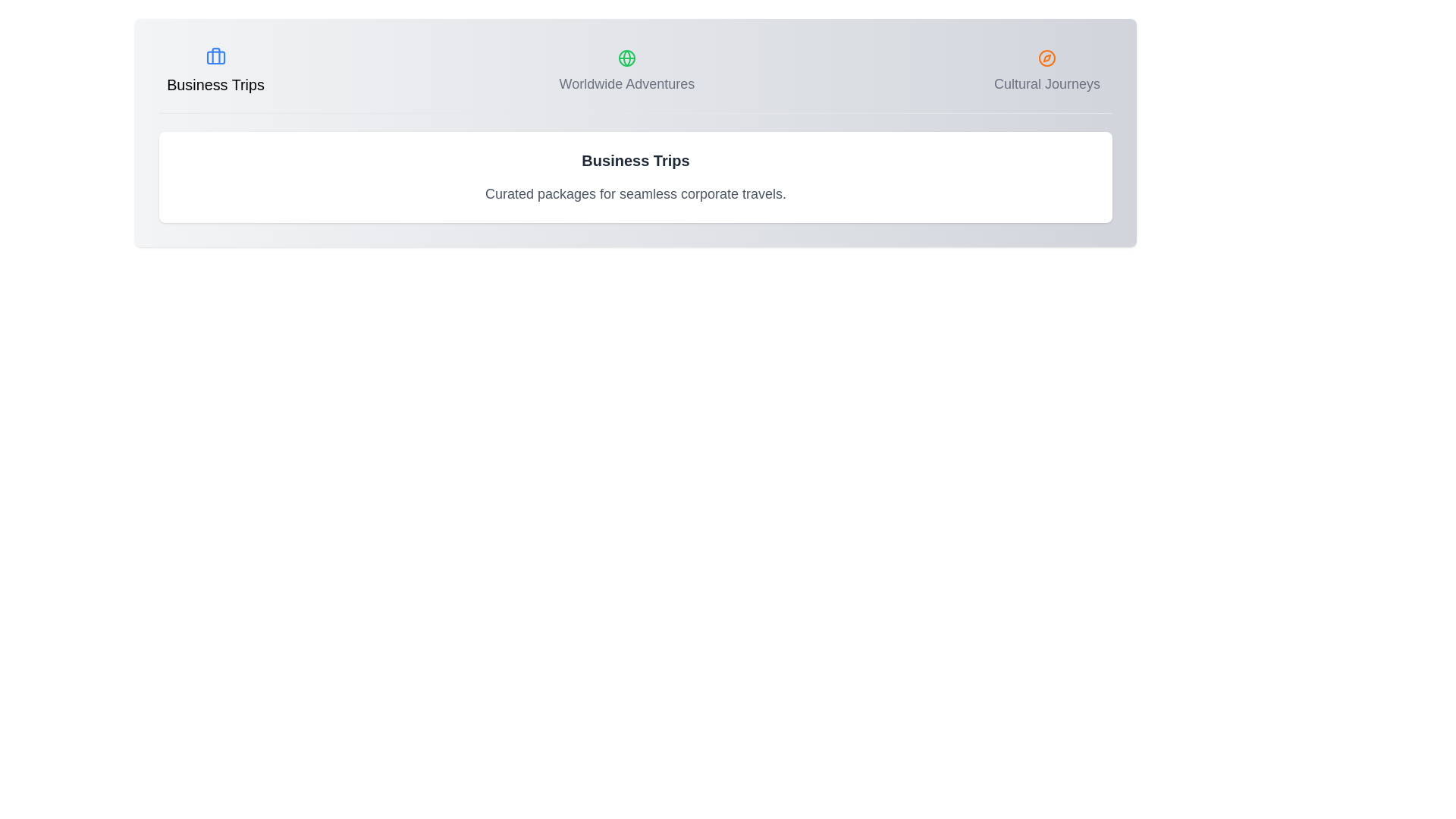 This screenshot has width=1456, height=819. I want to click on the tab labeled Business Trips, so click(215, 72).